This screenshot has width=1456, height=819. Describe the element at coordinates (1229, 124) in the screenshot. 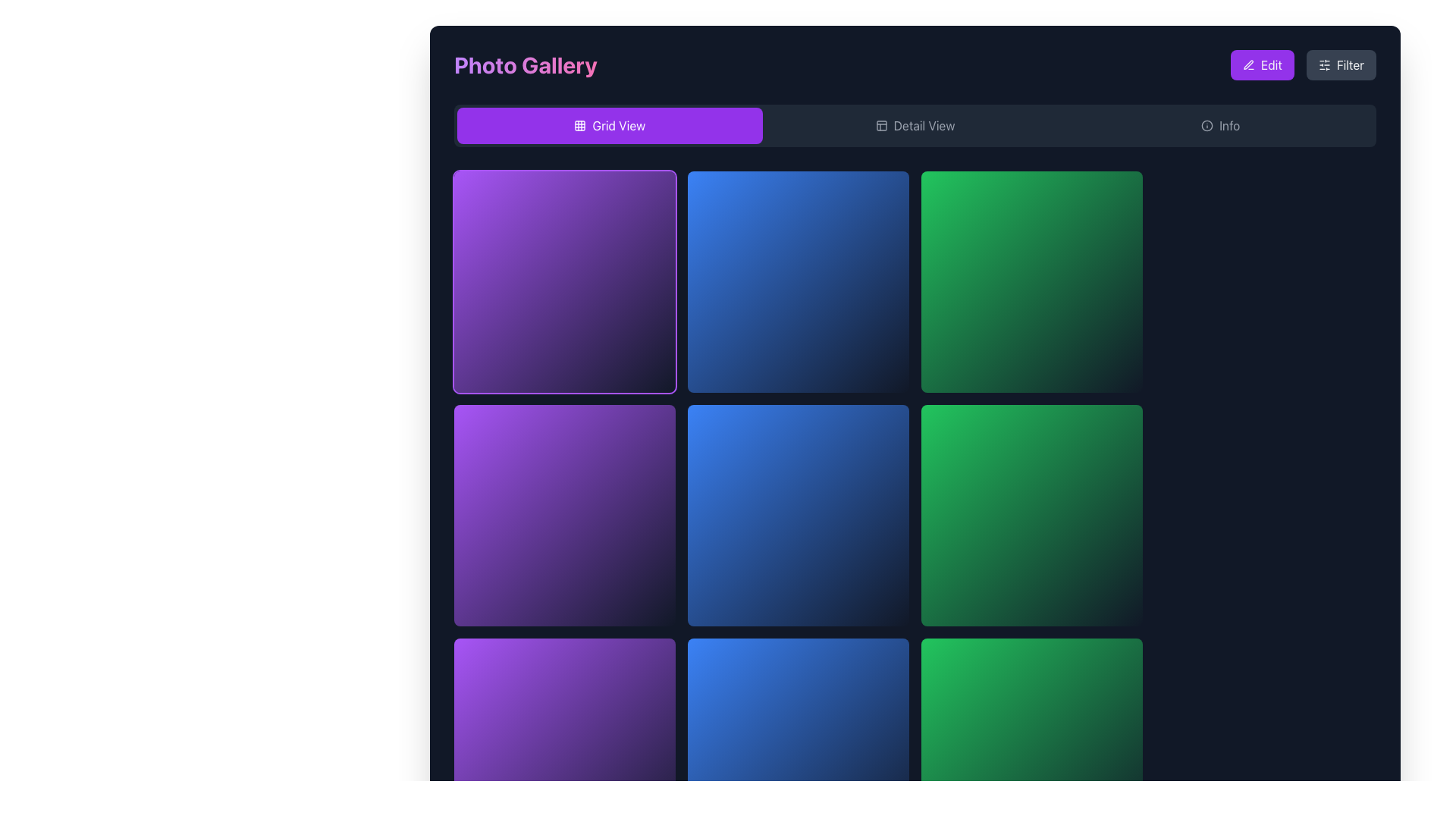

I see `text label located near the top right of the interface, adjacent to the small icon on its left` at that location.